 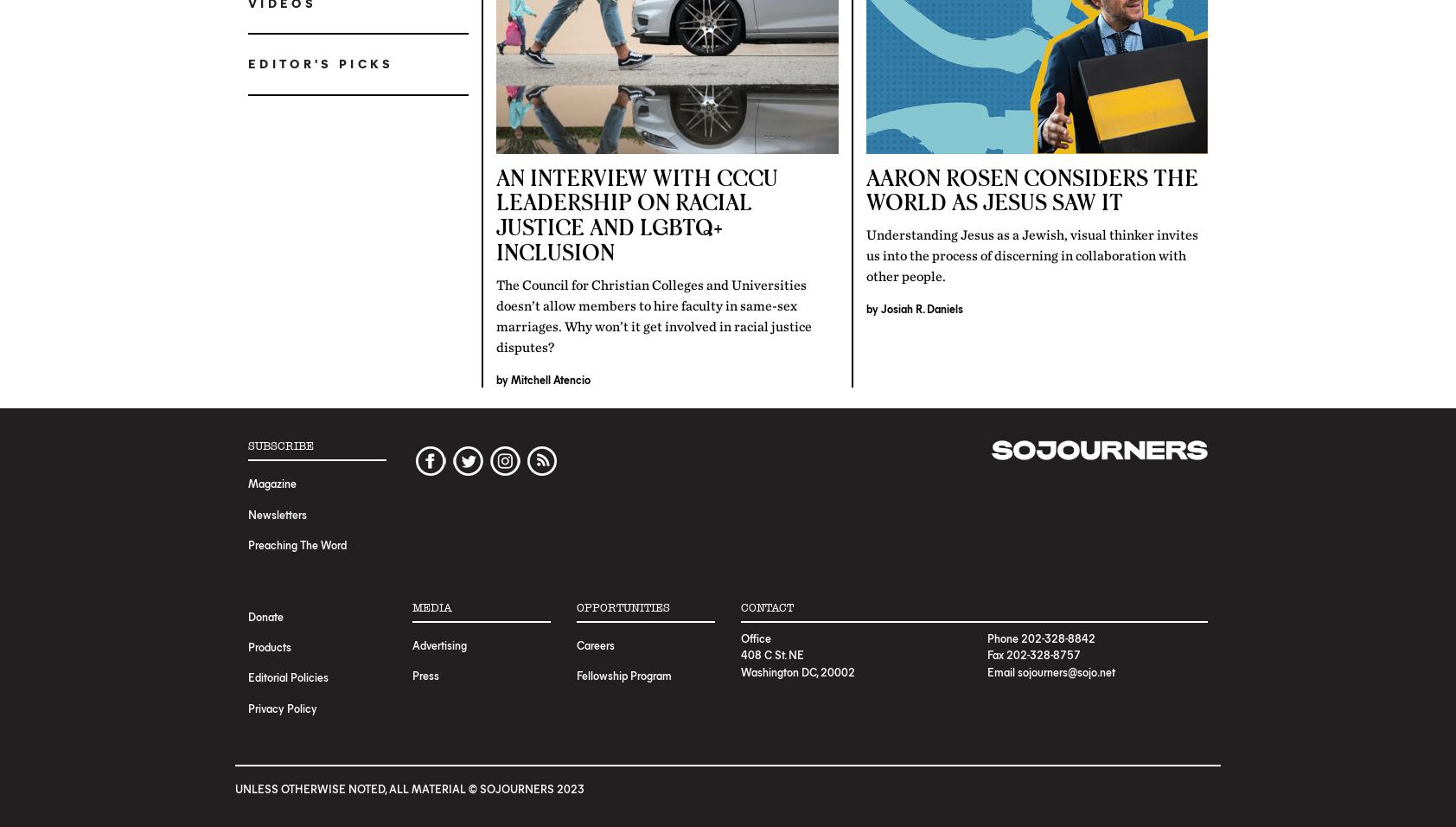 I want to click on 'Editor's Picks', so click(x=247, y=62).